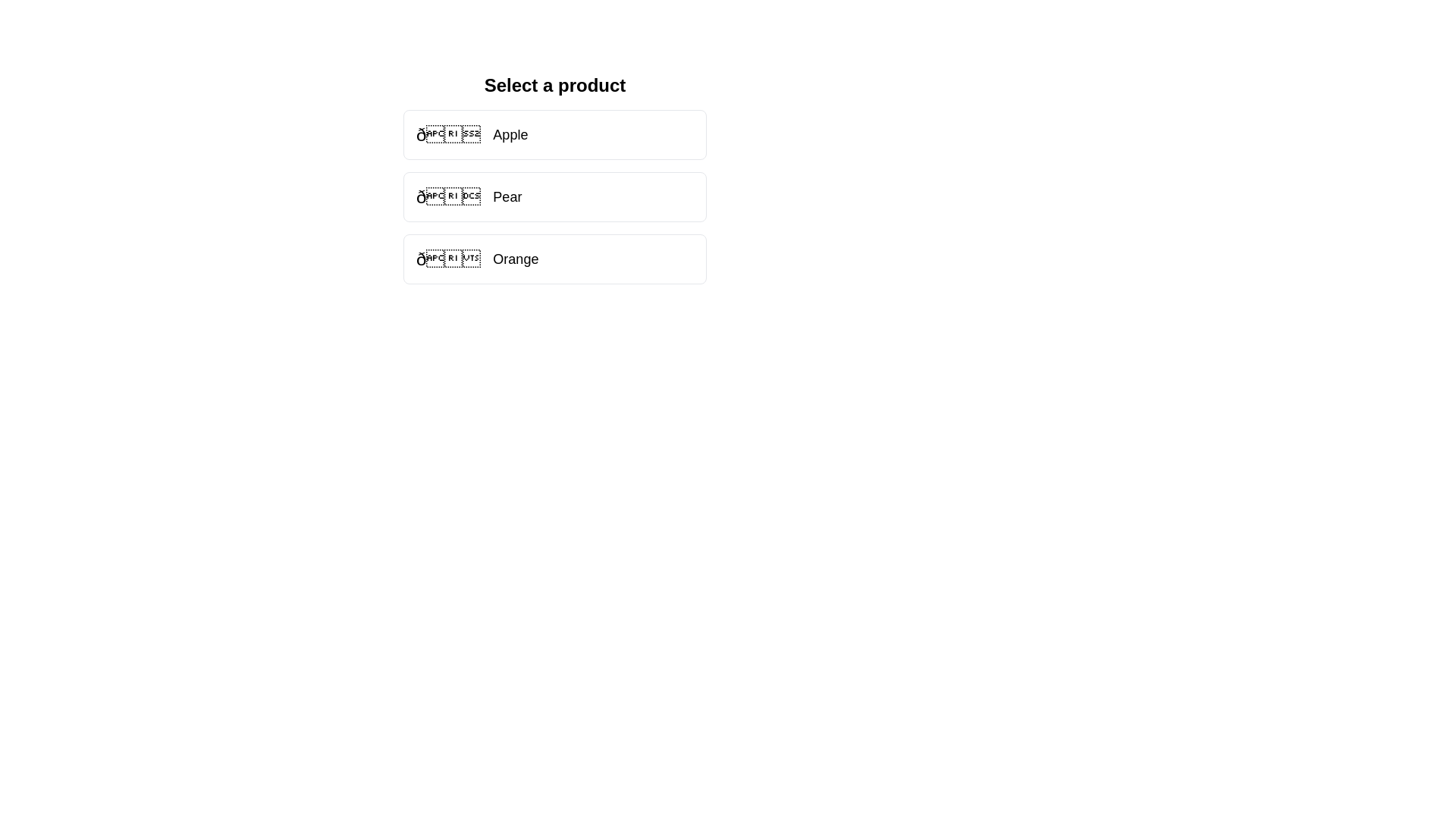  Describe the element at coordinates (516, 259) in the screenshot. I see `the text label 'Orange' in the third row of the product selection list, which is aligned to the right next to the orange emoji` at that location.